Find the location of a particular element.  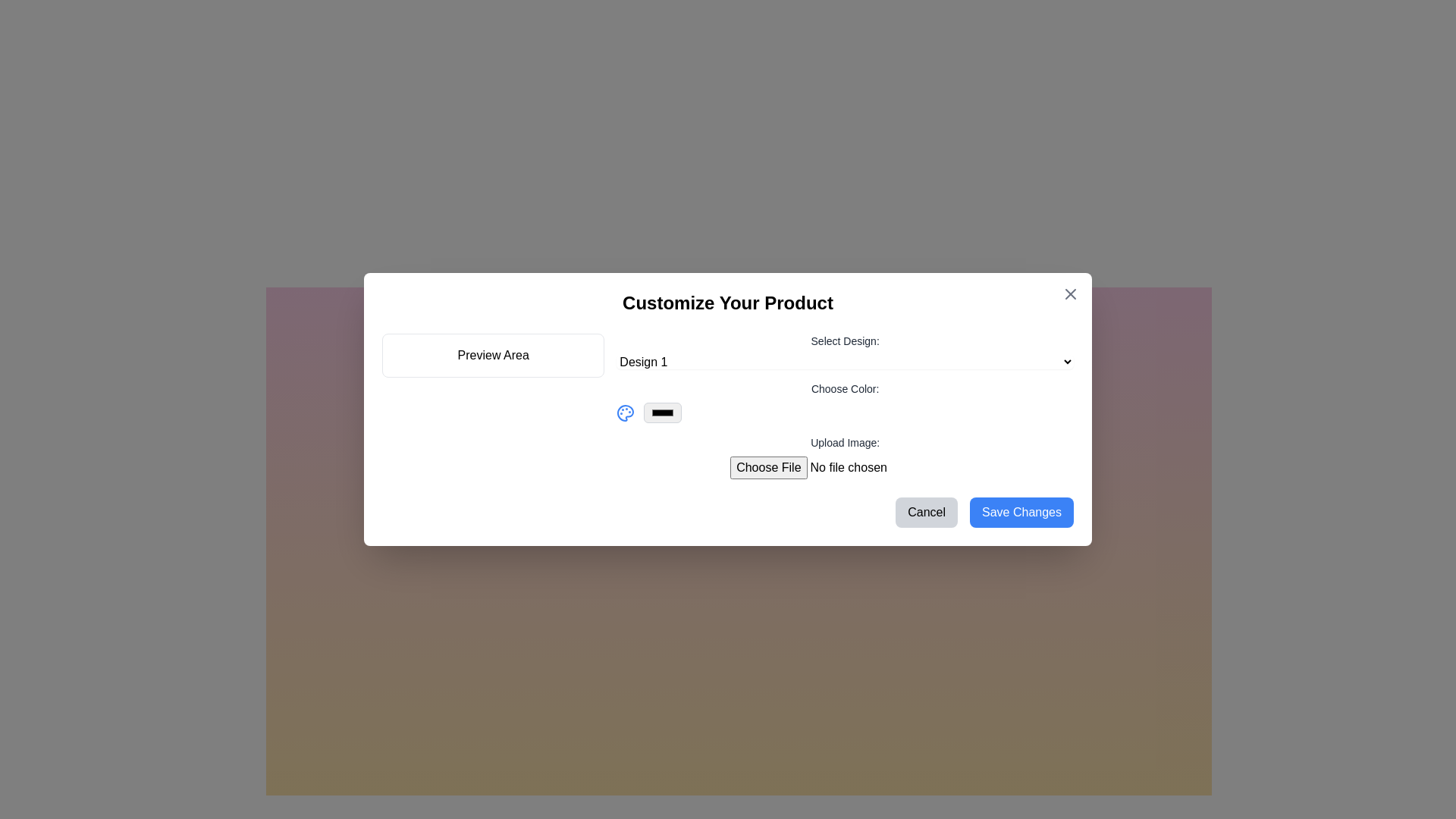

the static label text that reads 'Upload Image:', which is styled in a serif font and located near the middle of the modal, above the file input field is located at coordinates (844, 442).